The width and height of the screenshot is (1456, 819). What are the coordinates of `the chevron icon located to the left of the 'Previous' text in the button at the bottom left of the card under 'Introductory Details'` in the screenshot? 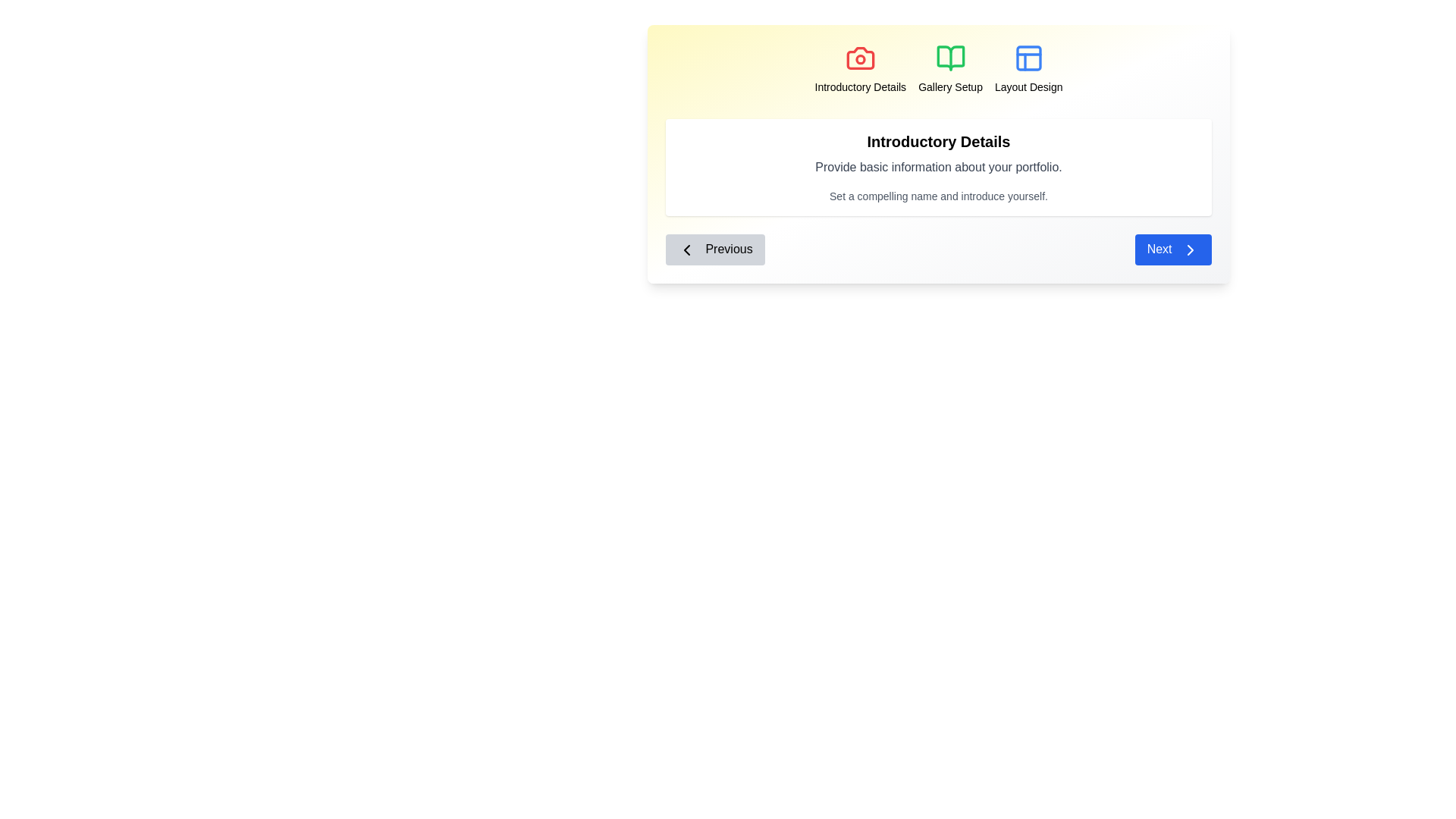 It's located at (686, 248).